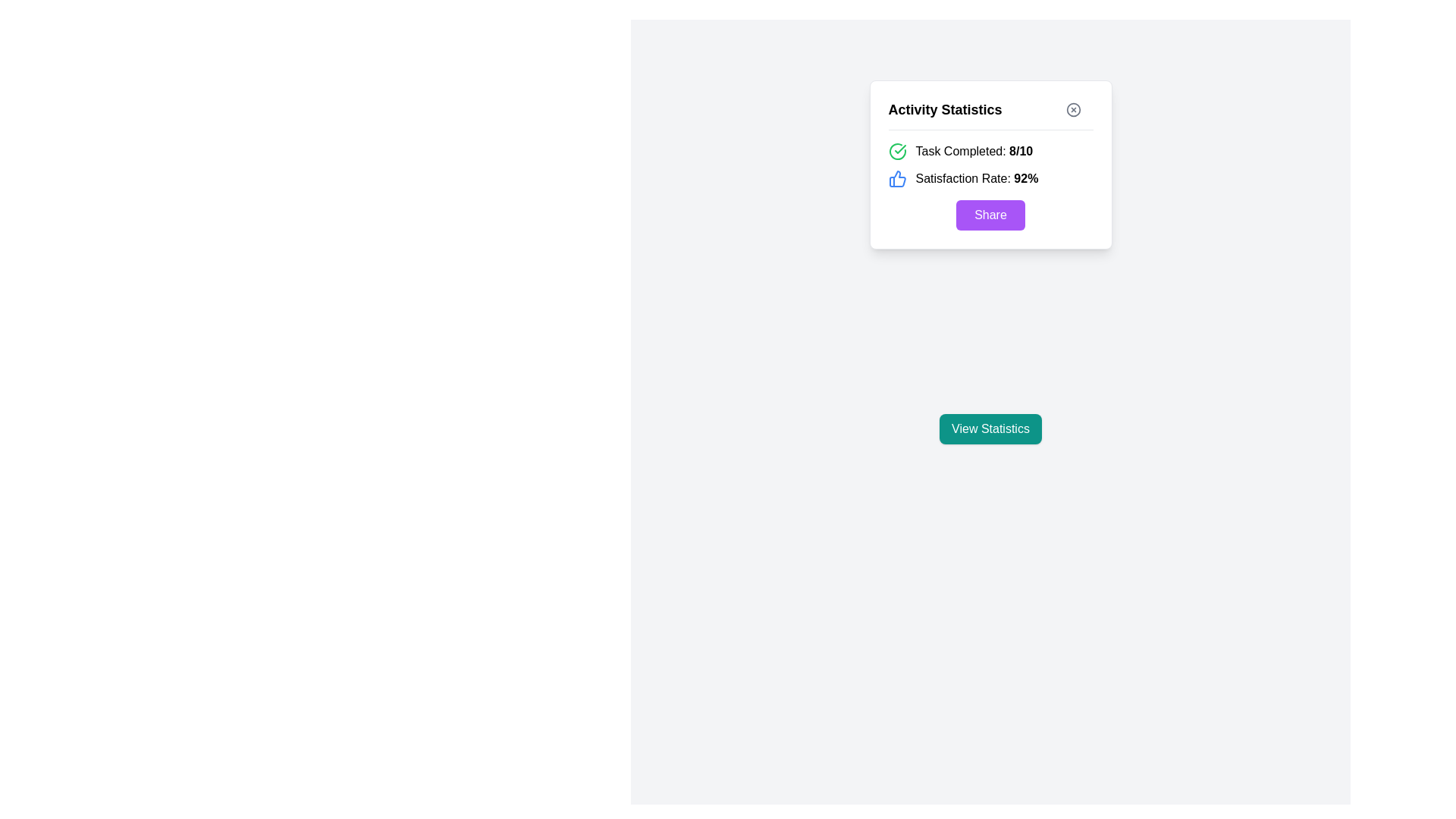  I want to click on text displayed in the second text entry of the 'Activity Statistics' section, which provides feedback on the satisfaction rate, so click(977, 177).